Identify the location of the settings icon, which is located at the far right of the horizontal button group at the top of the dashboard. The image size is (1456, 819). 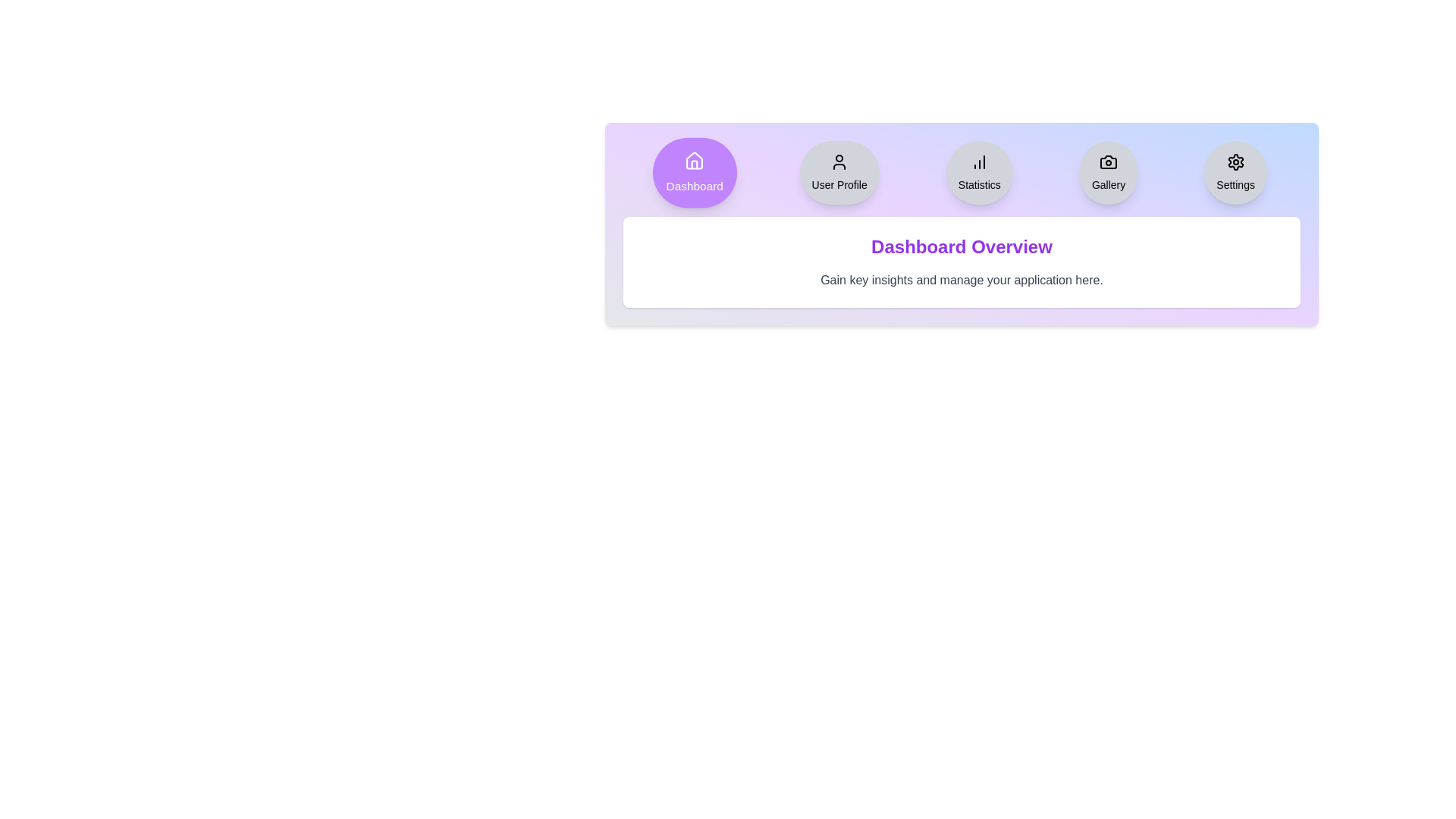
(1235, 162).